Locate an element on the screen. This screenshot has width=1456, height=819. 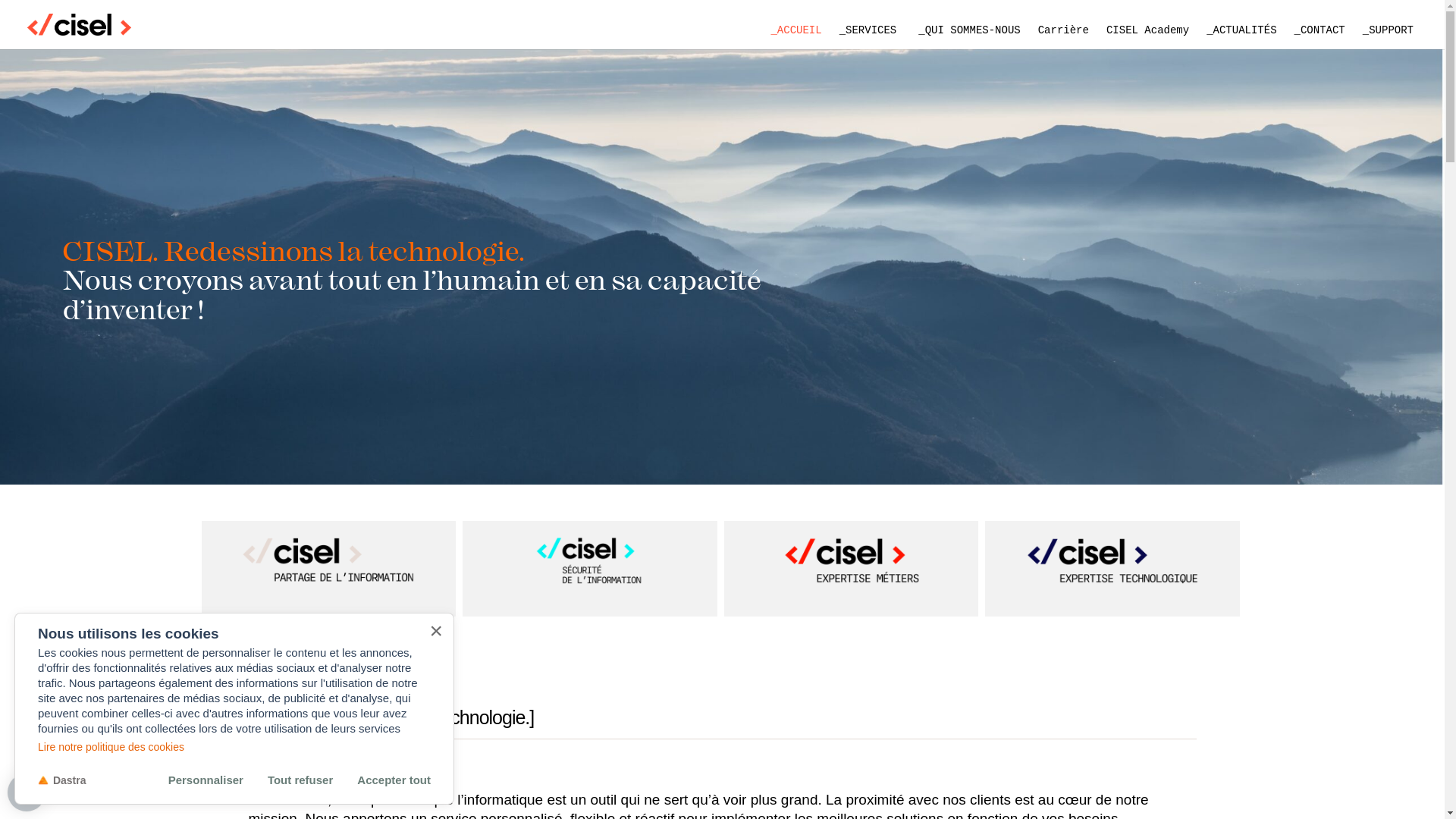
'_QUI SOMMES-NOUS' is located at coordinates (910, 30).